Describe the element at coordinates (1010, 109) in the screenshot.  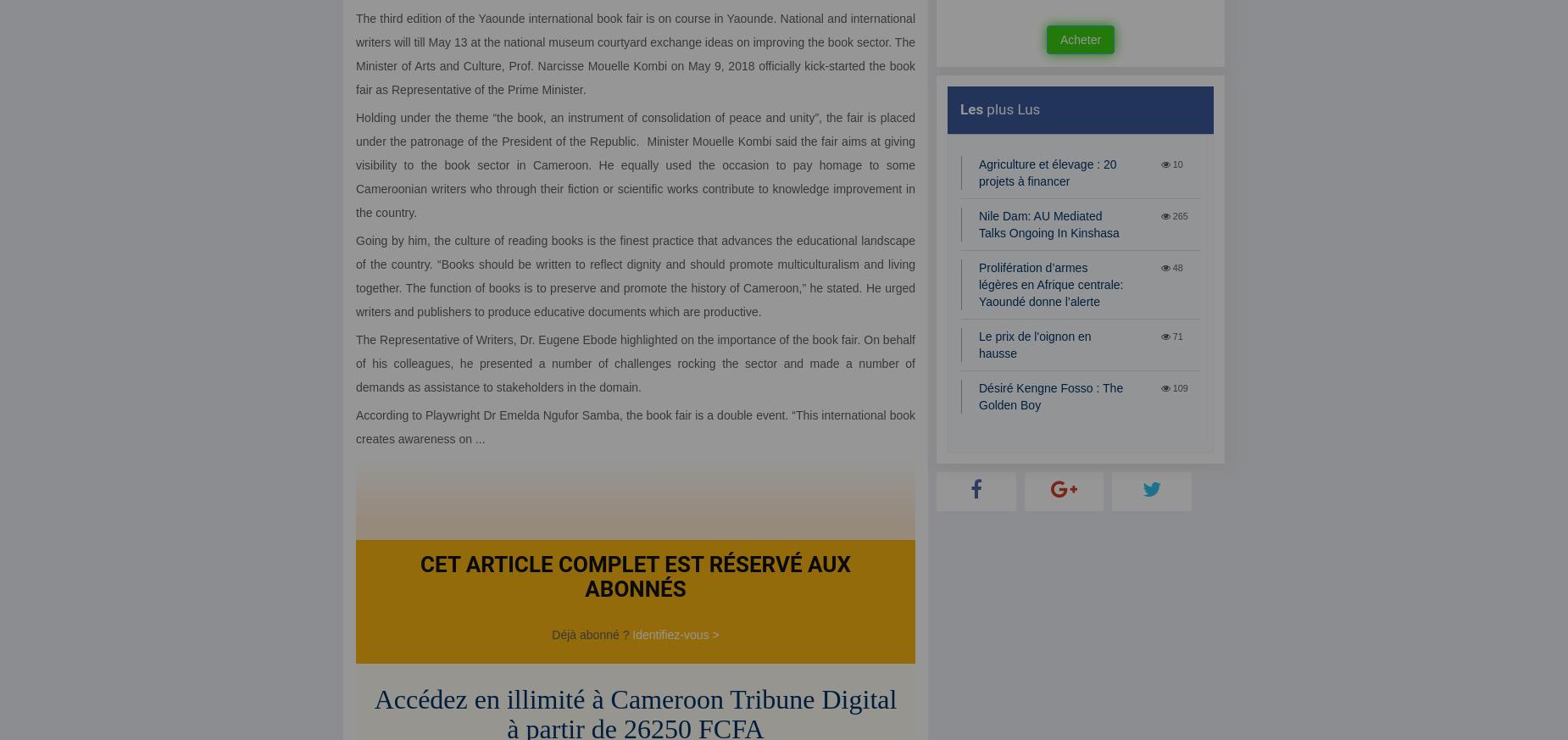
I see `'plus Lus'` at that location.